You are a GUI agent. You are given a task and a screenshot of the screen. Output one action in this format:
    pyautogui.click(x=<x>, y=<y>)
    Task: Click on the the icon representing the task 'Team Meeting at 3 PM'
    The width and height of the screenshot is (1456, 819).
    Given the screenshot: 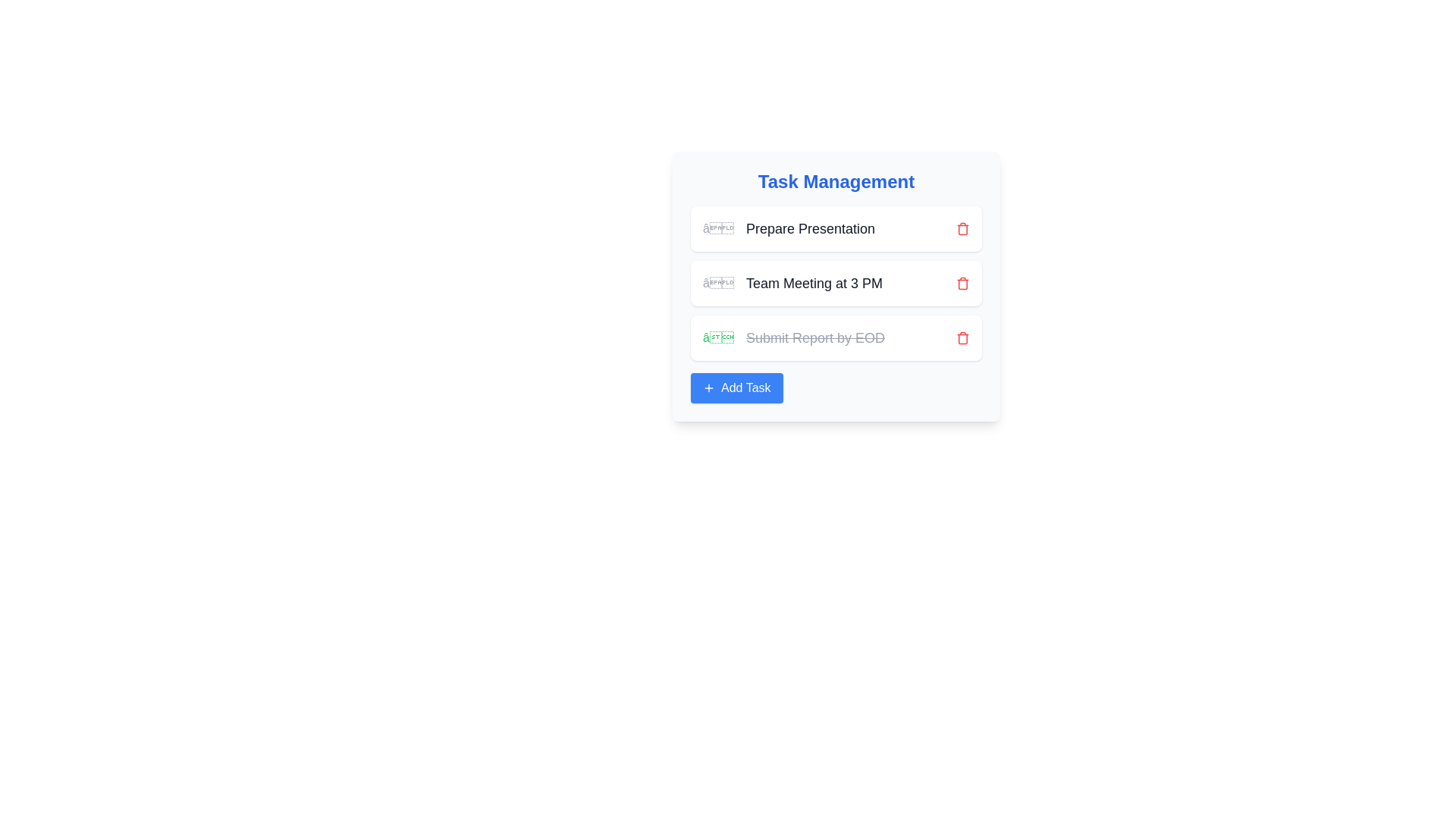 What is the action you would take?
    pyautogui.click(x=717, y=284)
    